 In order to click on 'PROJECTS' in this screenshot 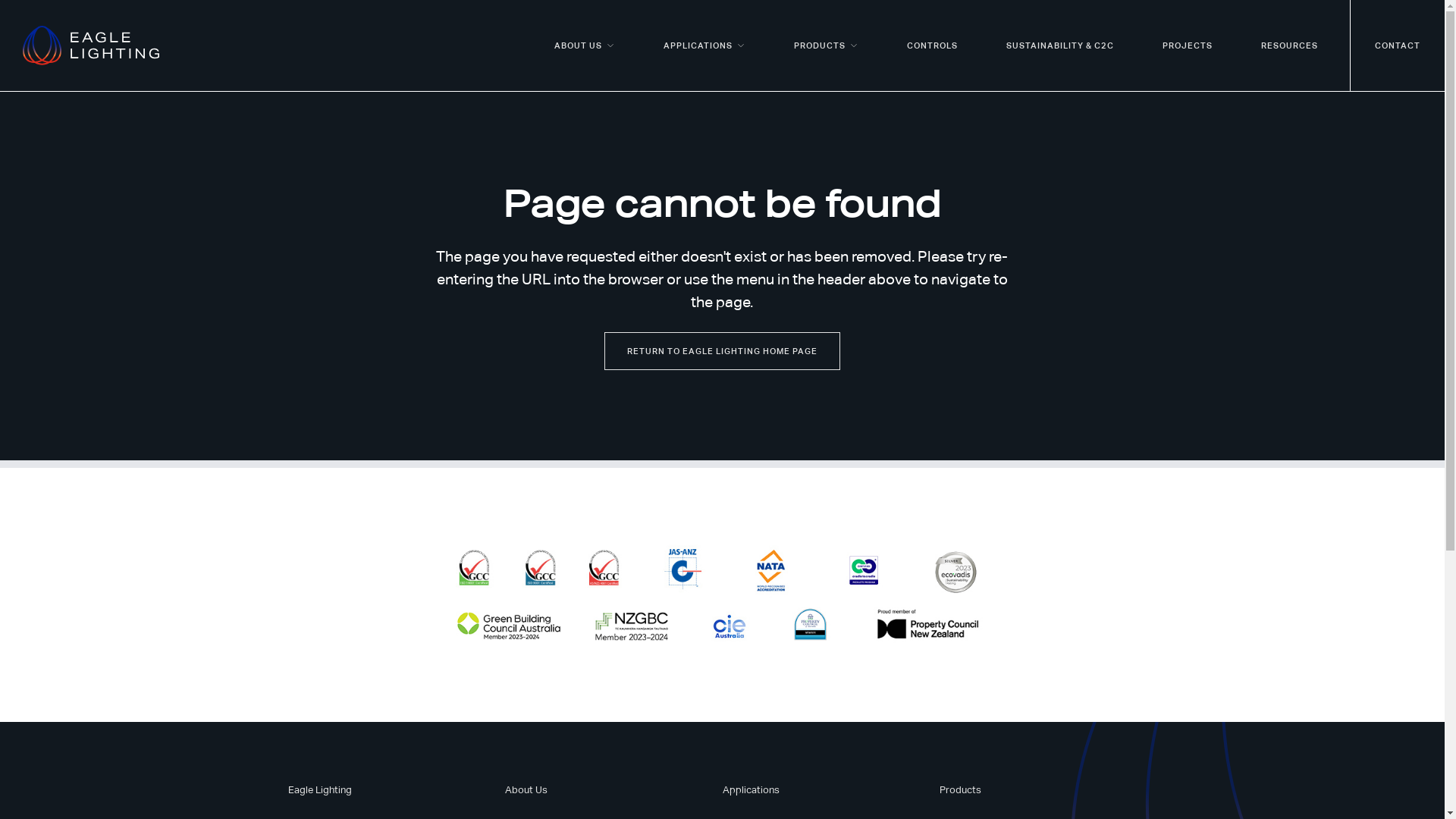, I will do `click(1186, 45)`.